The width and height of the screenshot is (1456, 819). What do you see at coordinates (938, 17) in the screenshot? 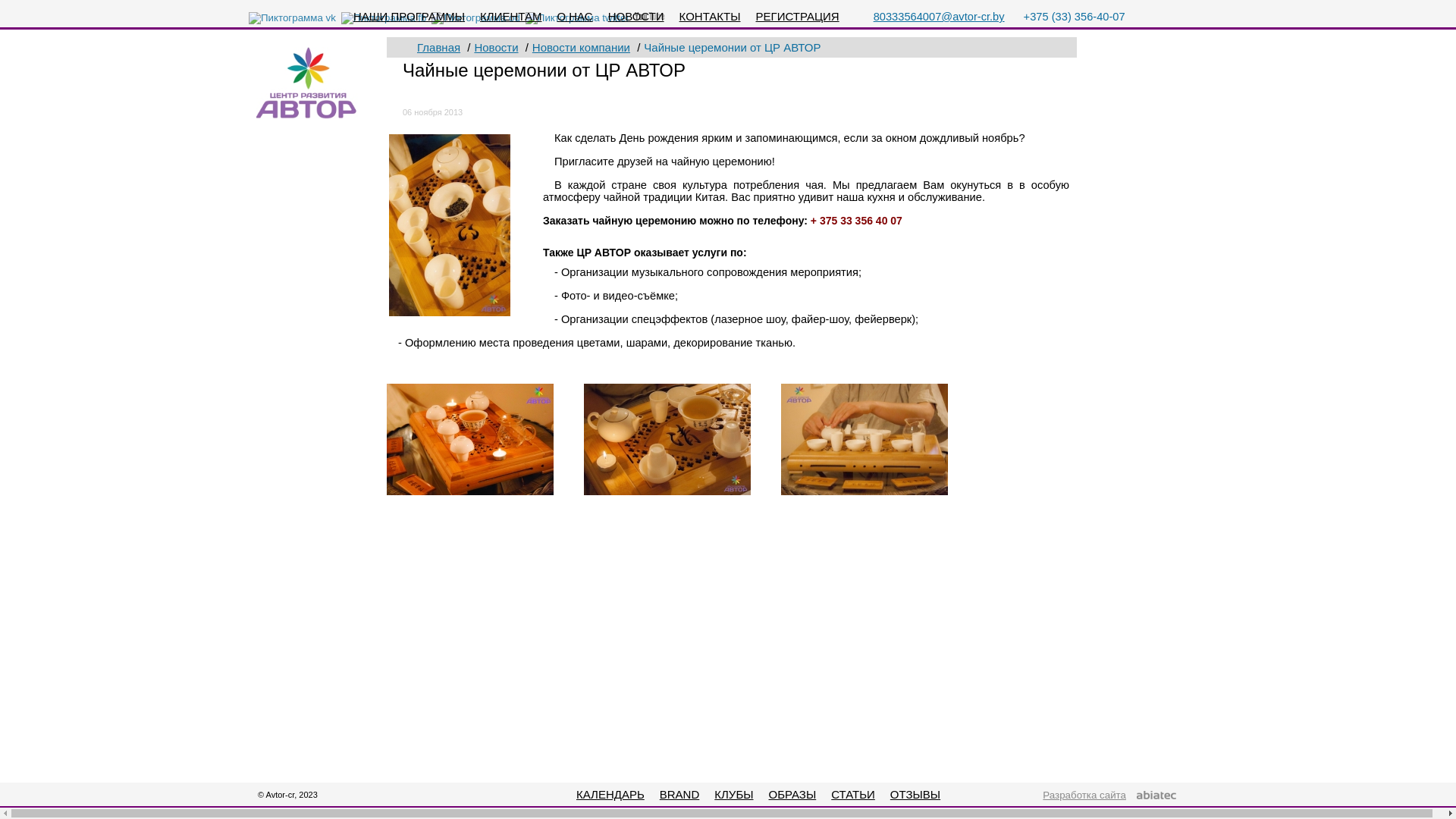
I see `'80333564007@avtor-cr.by'` at bounding box center [938, 17].